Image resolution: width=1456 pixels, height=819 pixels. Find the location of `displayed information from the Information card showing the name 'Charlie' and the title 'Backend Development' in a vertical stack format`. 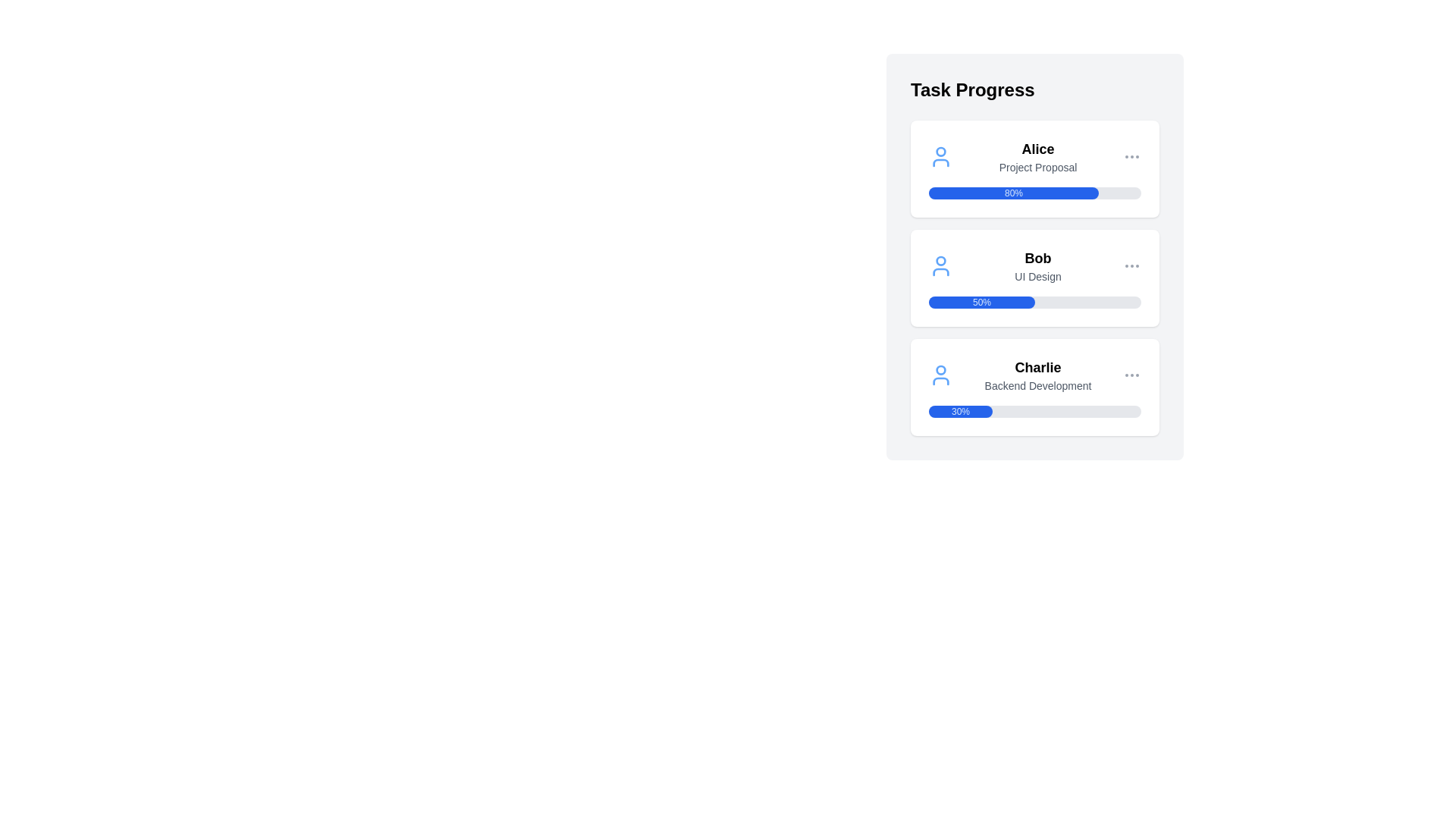

displayed information from the Information card showing the name 'Charlie' and the title 'Backend Development' in a vertical stack format is located at coordinates (1037, 375).